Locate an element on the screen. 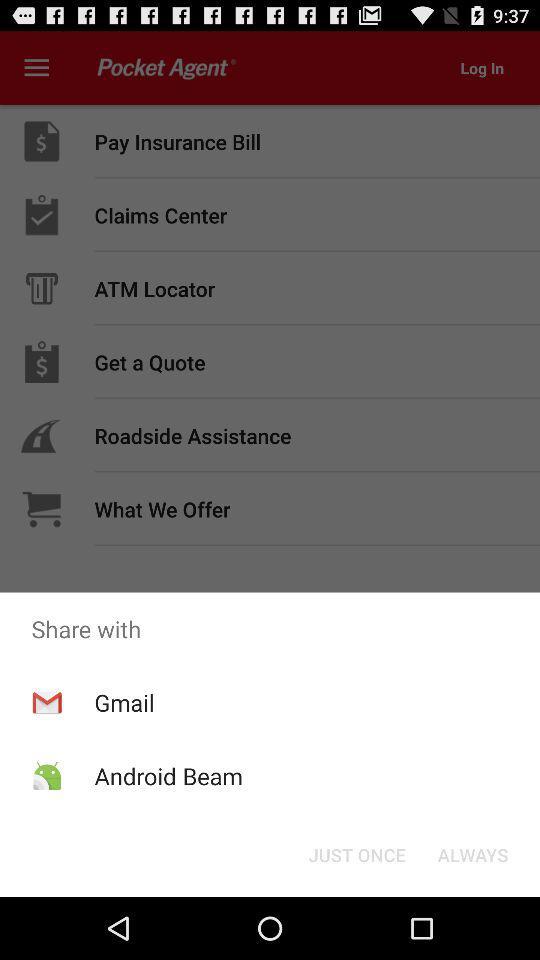 This screenshot has height=960, width=540. the icon at the bottom is located at coordinates (356, 853).